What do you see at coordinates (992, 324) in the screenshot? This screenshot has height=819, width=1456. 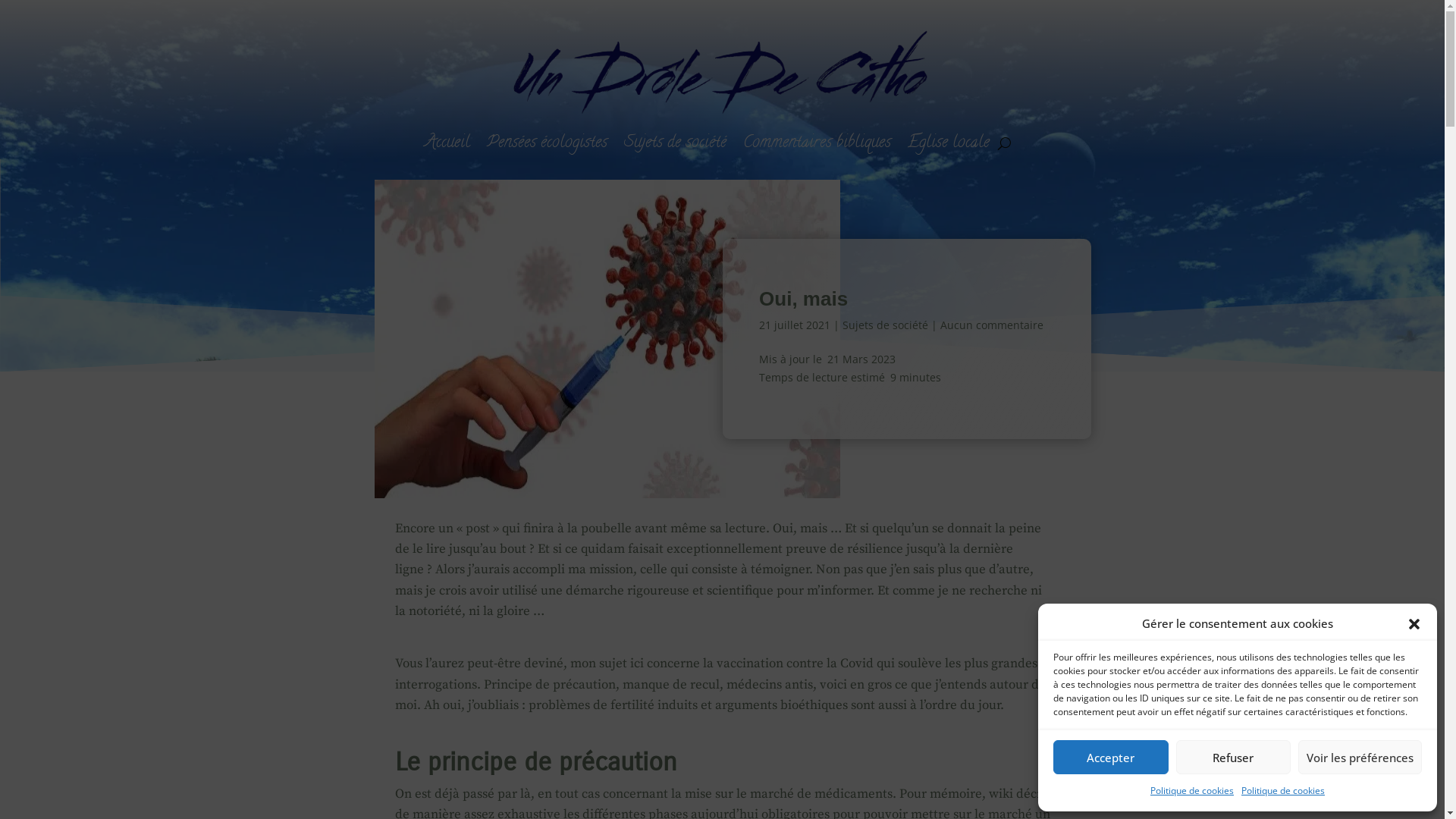 I see `'Aucun commentaire'` at bounding box center [992, 324].